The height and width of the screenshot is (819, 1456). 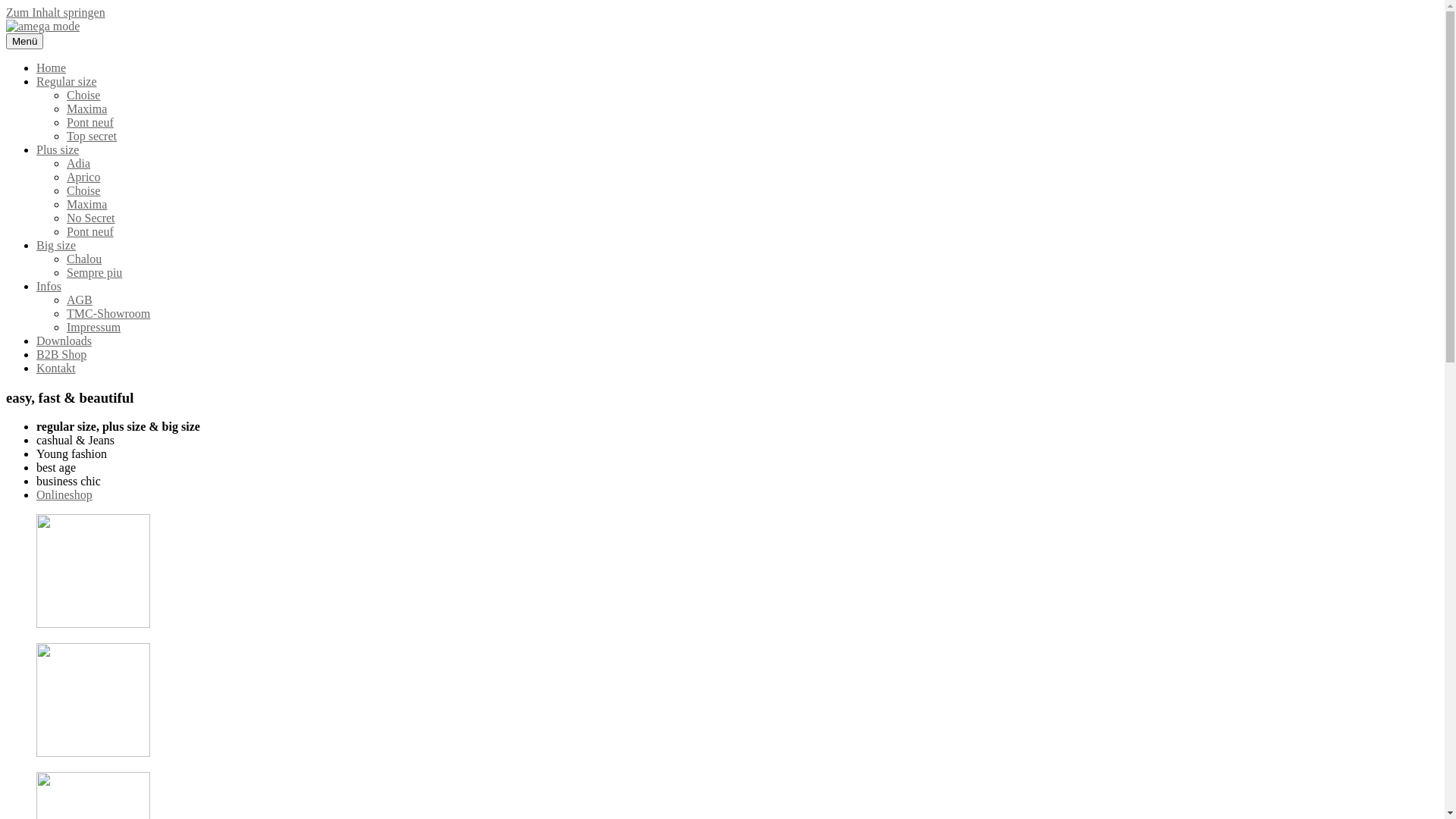 What do you see at coordinates (29, 51) in the screenshot?
I see `'amega ag'` at bounding box center [29, 51].